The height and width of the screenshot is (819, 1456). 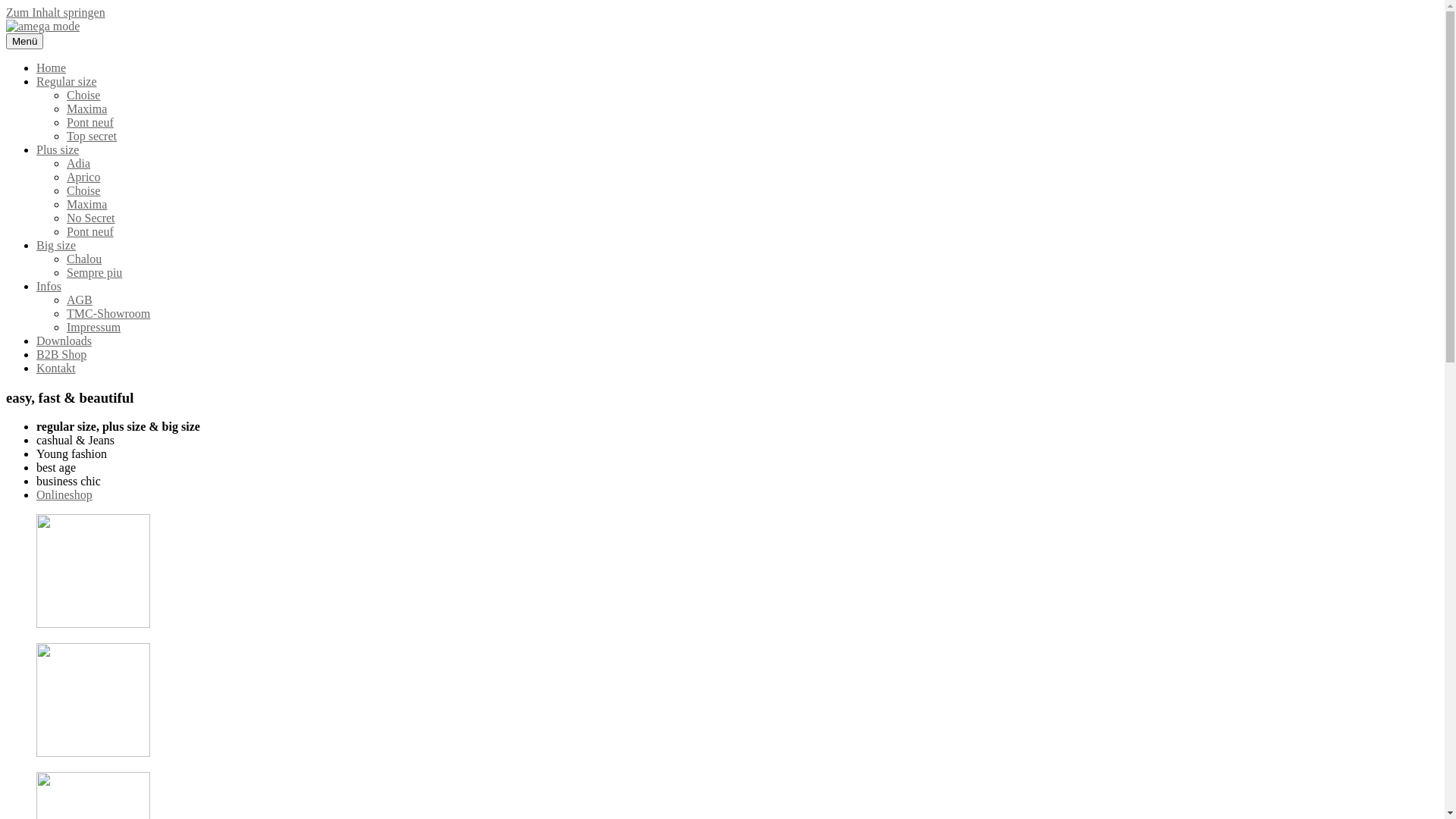 What do you see at coordinates (29, 51) in the screenshot?
I see `'amega ag'` at bounding box center [29, 51].